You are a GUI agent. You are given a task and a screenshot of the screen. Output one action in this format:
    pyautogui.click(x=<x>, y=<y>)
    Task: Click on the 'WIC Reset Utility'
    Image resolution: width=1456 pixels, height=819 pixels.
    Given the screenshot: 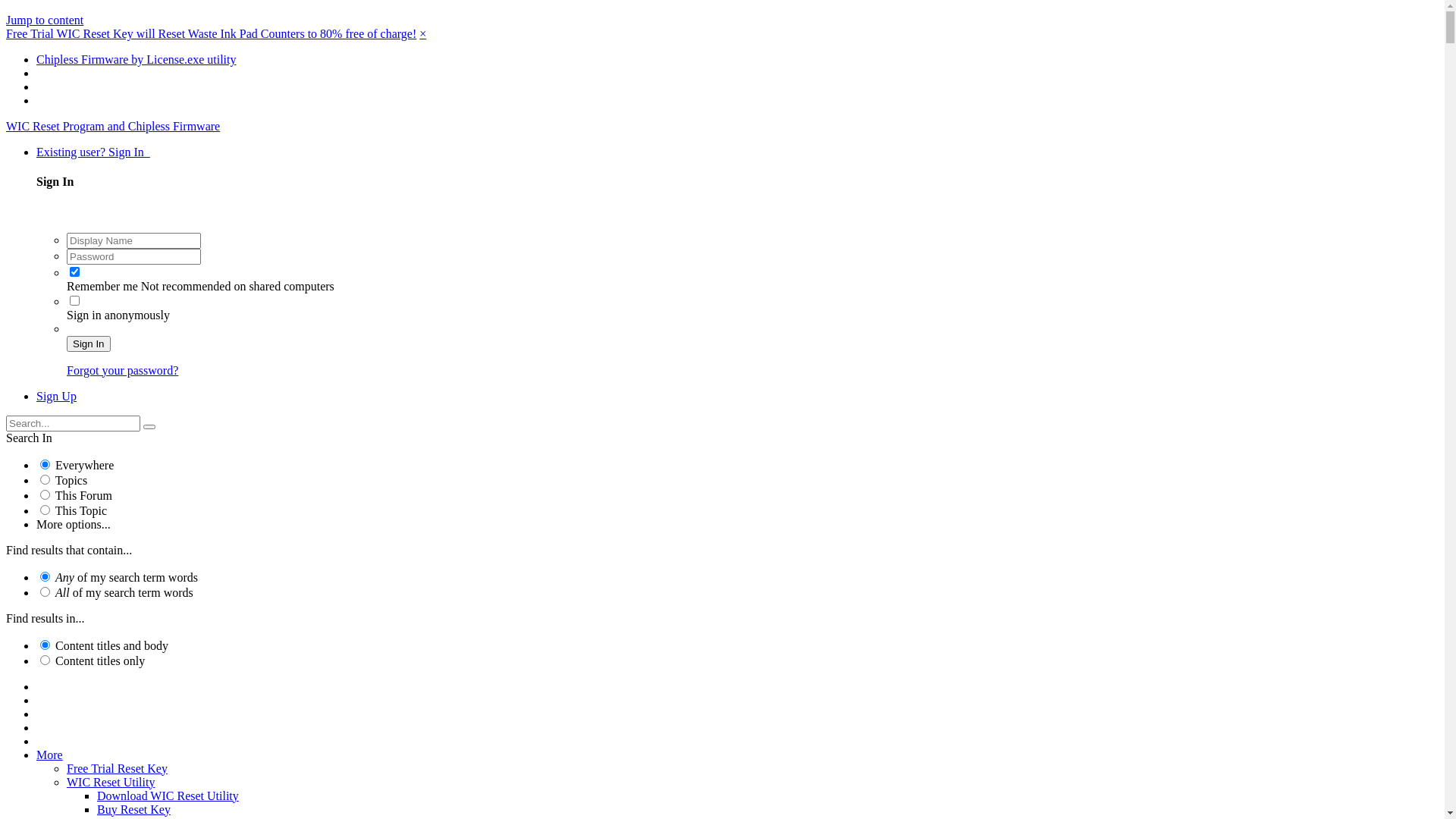 What is the action you would take?
    pyautogui.click(x=65, y=782)
    